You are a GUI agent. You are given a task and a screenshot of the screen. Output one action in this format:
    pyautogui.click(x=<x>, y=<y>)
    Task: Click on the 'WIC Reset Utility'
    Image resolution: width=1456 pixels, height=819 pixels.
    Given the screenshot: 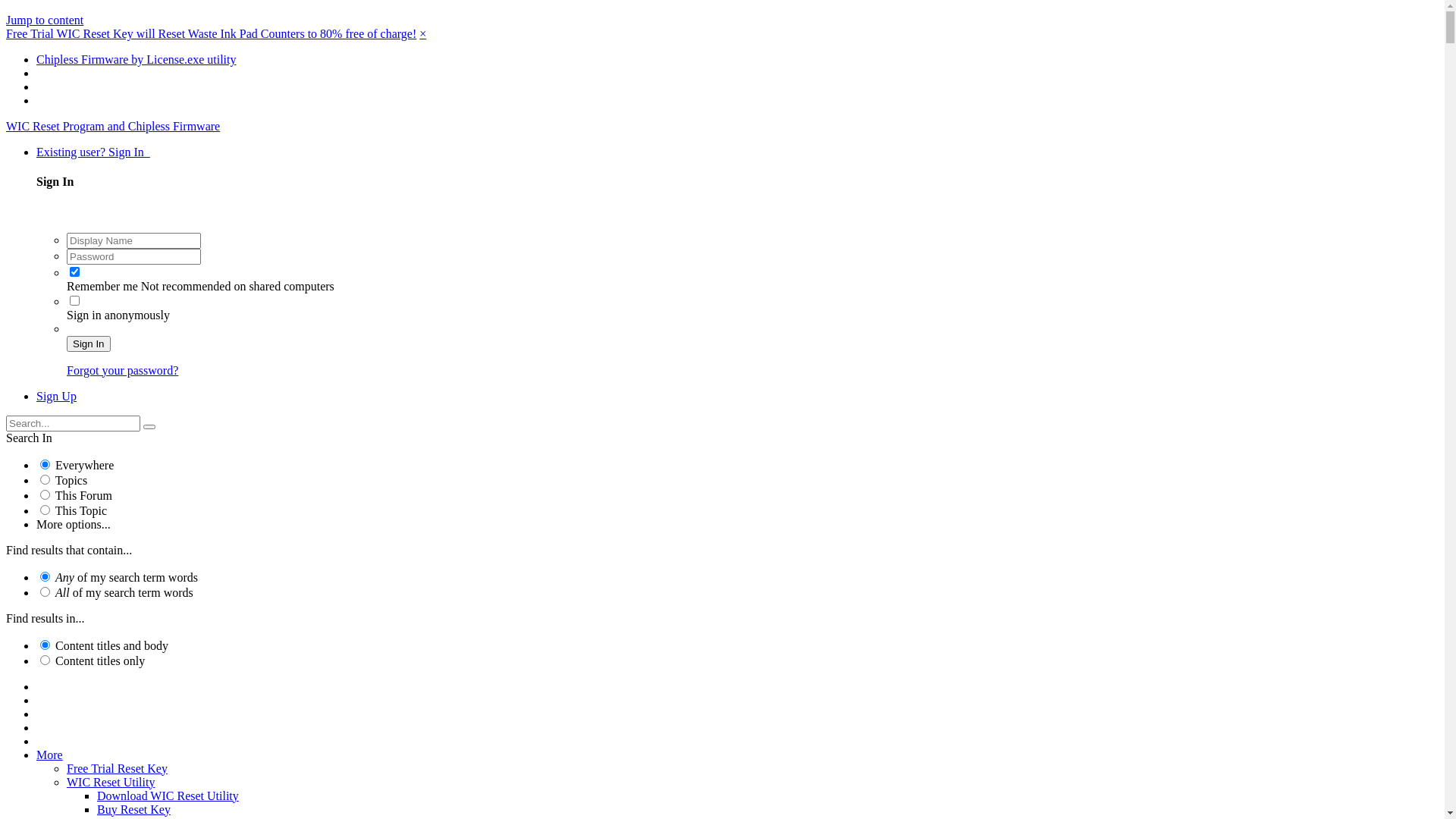 What is the action you would take?
    pyautogui.click(x=65, y=782)
    